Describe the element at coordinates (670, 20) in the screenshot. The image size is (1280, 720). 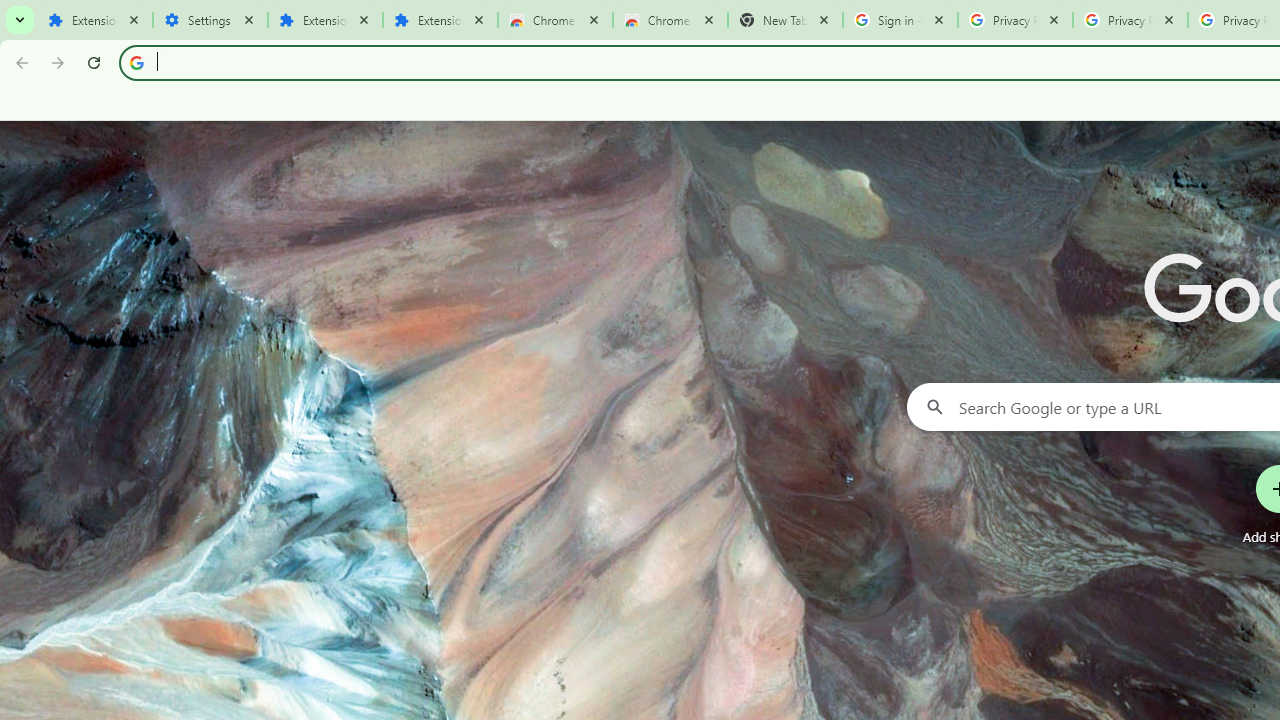
I see `'Chrome Web Store - Themes'` at that location.